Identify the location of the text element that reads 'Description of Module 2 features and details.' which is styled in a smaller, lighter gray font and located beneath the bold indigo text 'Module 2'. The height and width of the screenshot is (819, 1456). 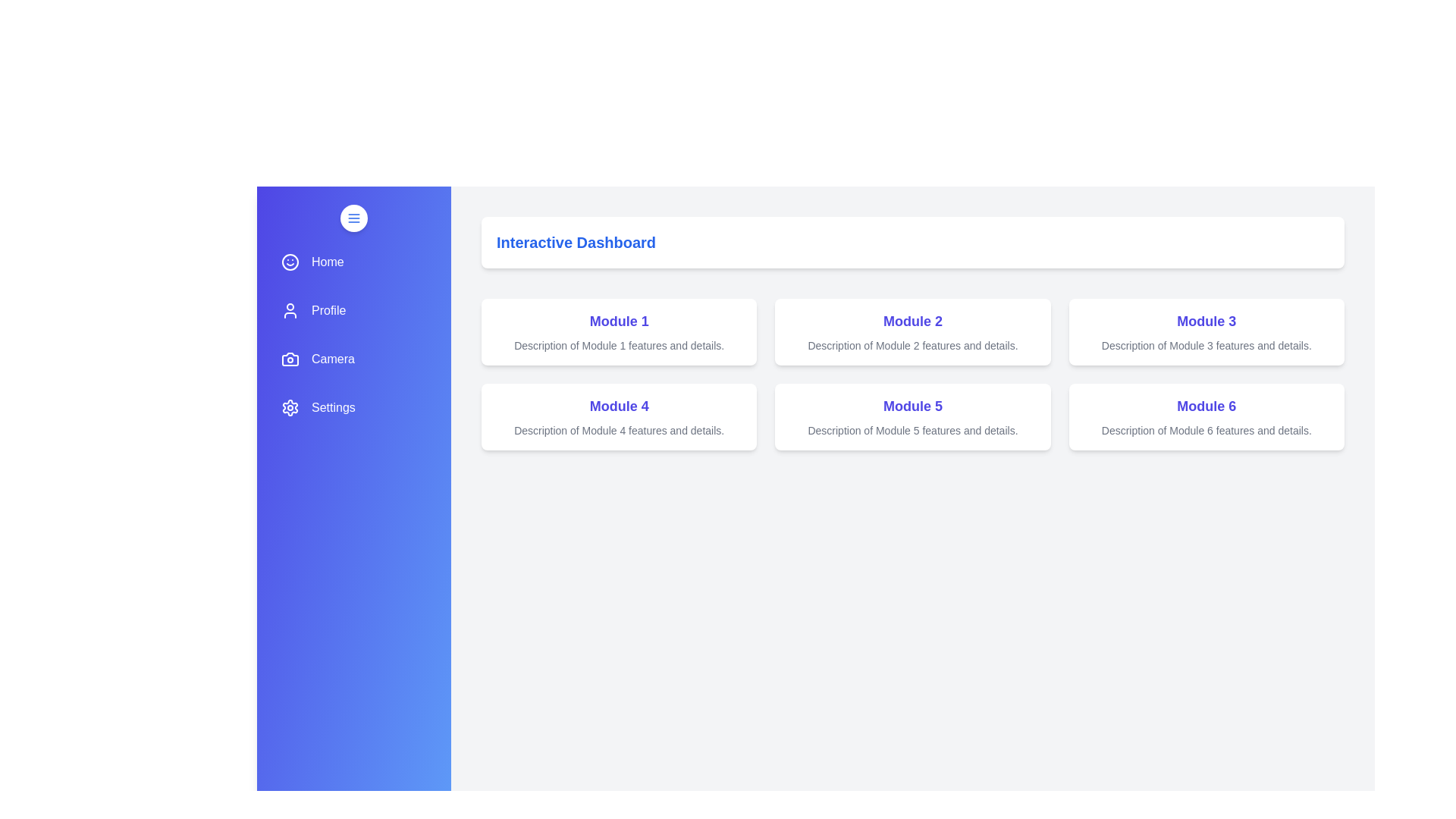
(912, 345).